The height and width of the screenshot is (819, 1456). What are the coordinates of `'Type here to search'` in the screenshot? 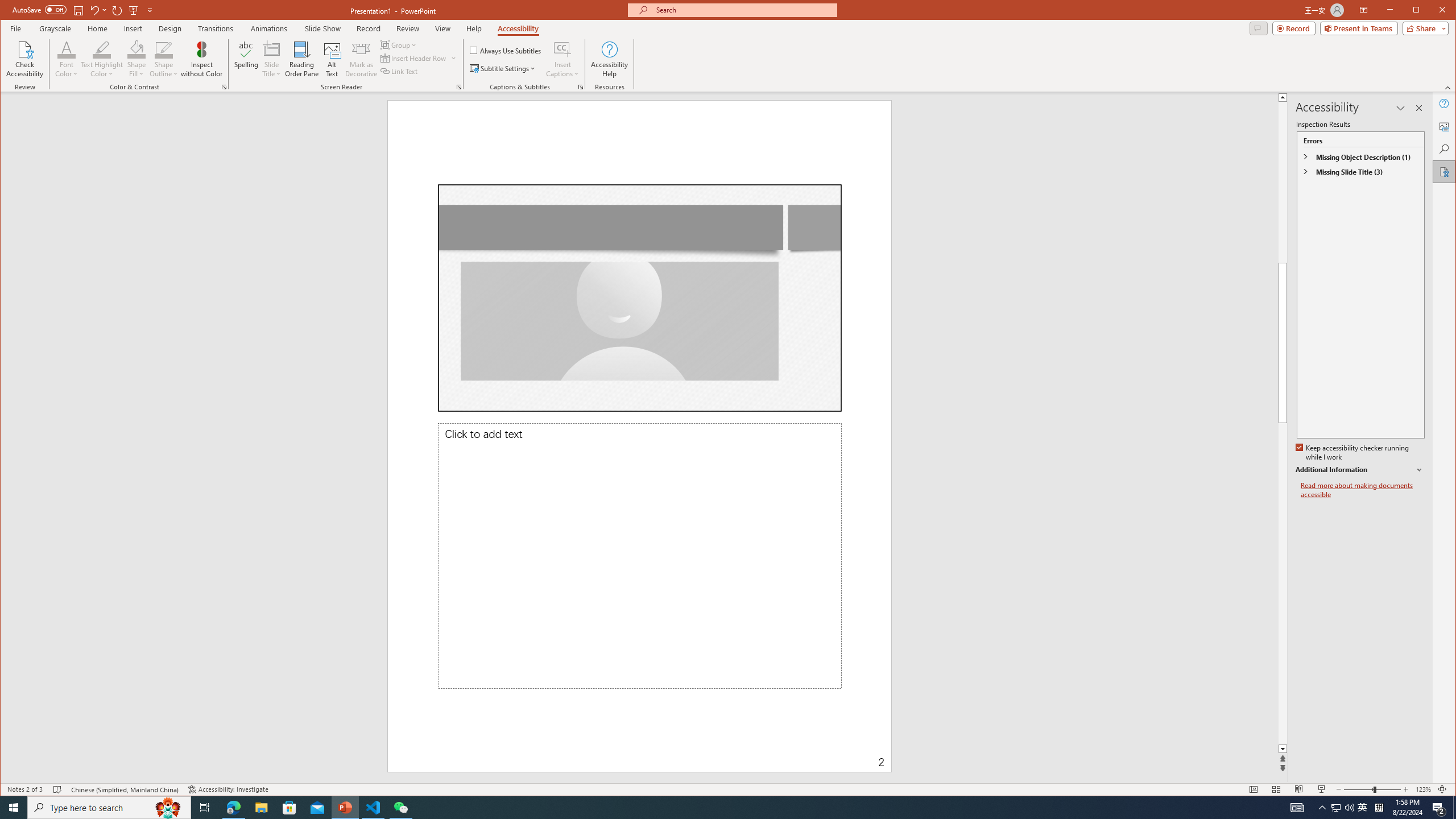 It's located at (109, 806).